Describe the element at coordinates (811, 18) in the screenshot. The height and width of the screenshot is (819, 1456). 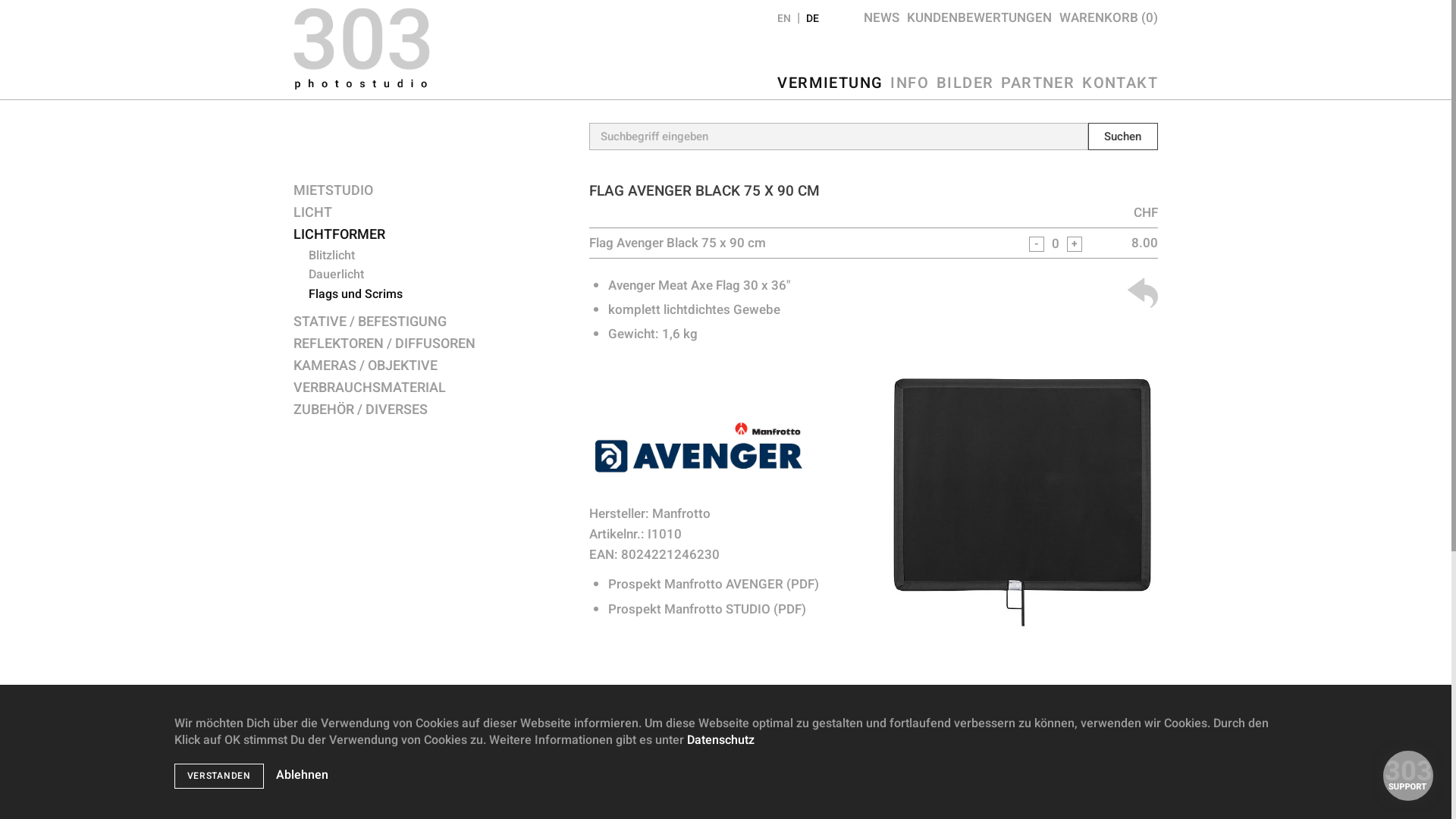
I see `'DE'` at that location.